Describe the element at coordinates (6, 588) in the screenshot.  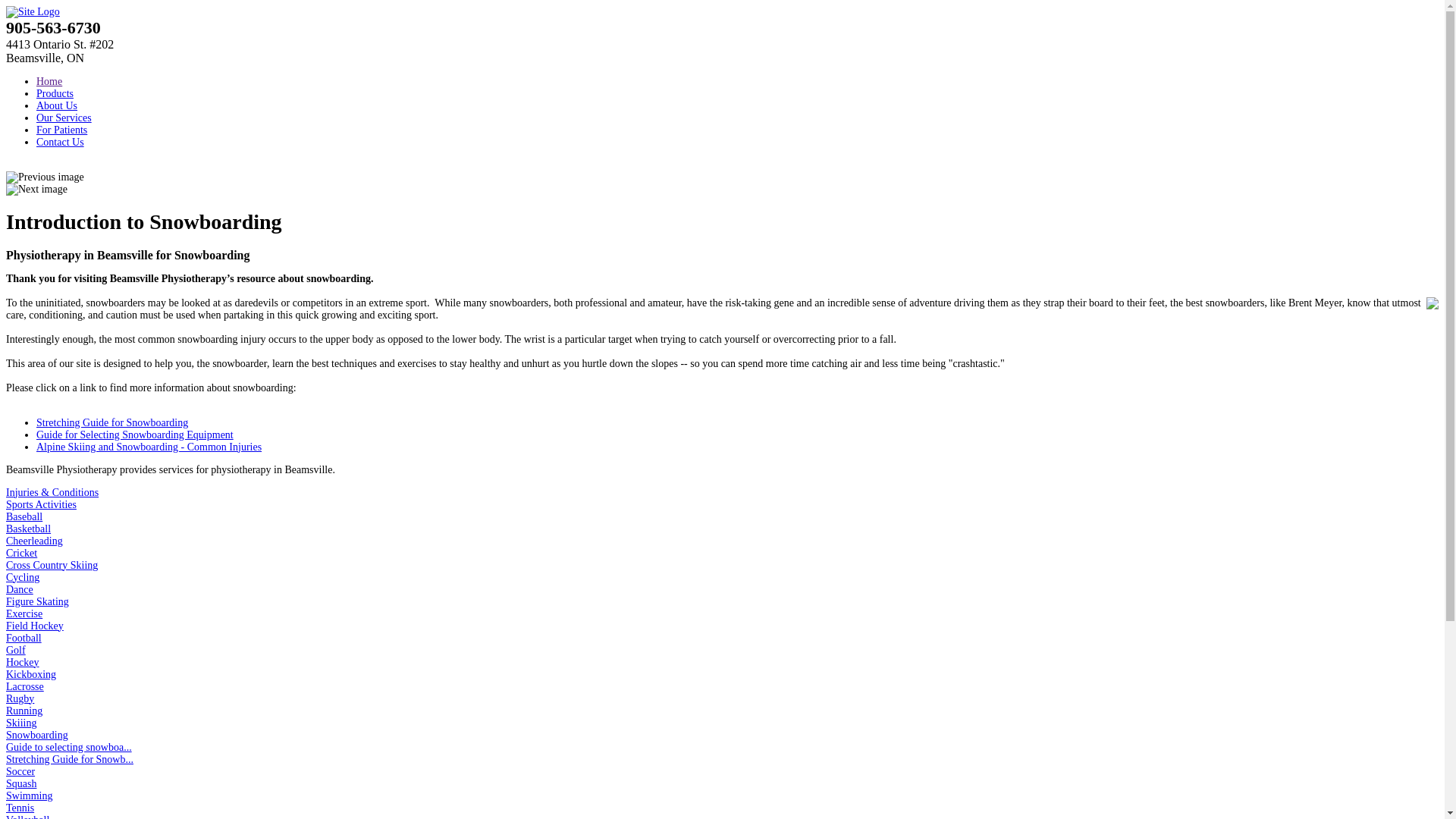
I see `'Dance'` at that location.